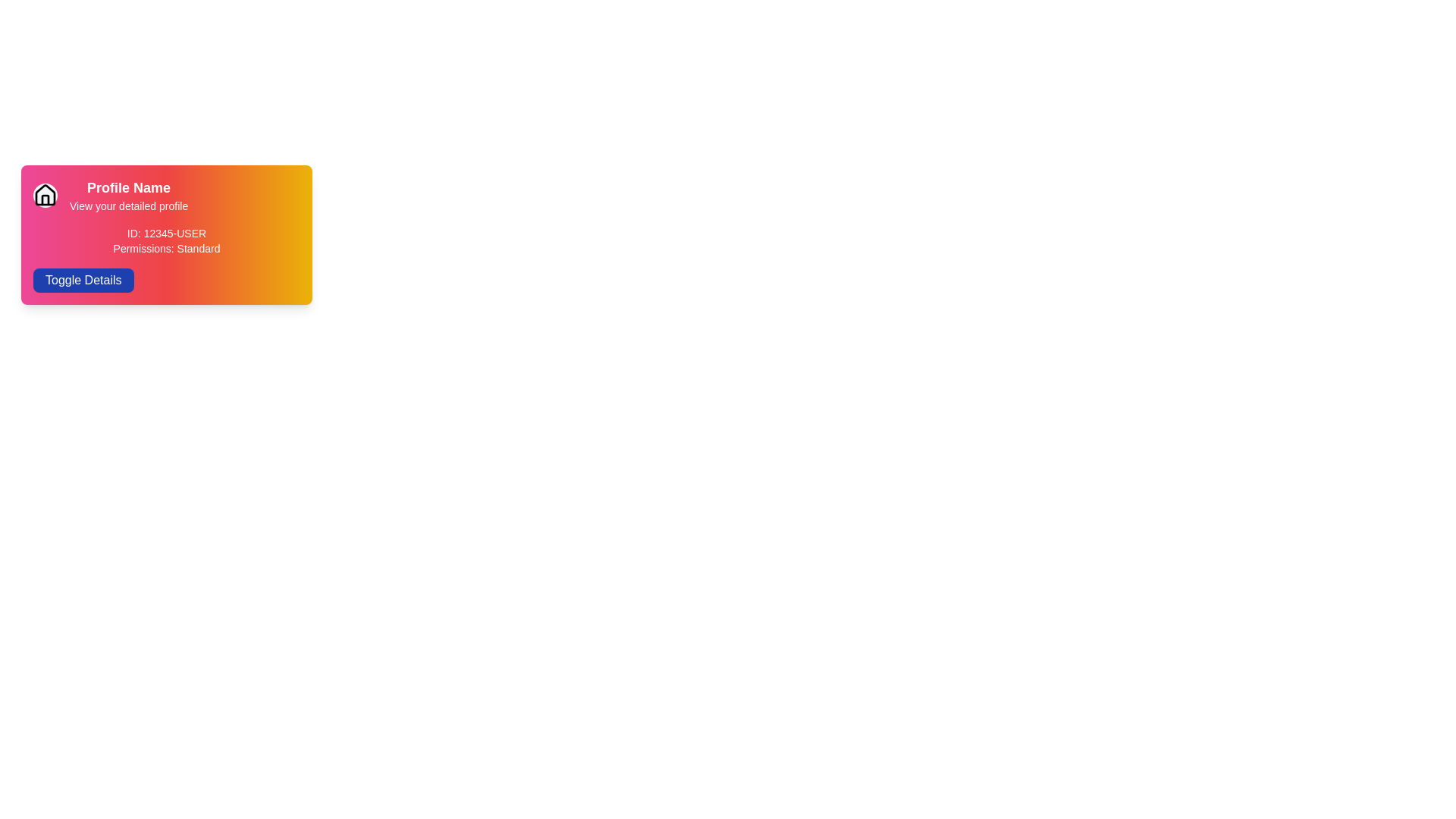  I want to click on the Text Label displaying the unique identifier '12345-USER' at the top center of the gradient card, so click(167, 234).